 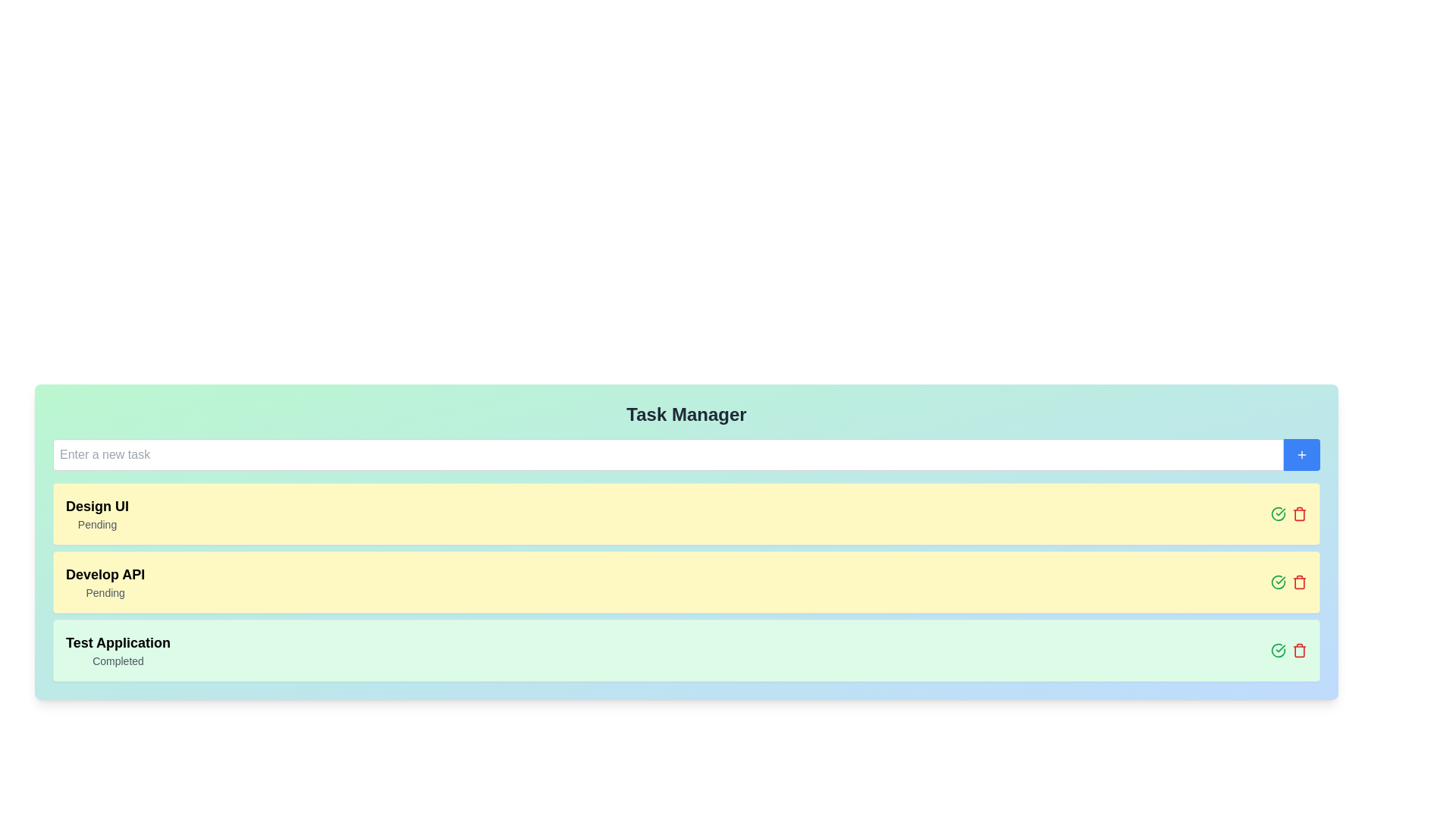 I want to click on delete button for the task 'Develop API', so click(x=1298, y=581).